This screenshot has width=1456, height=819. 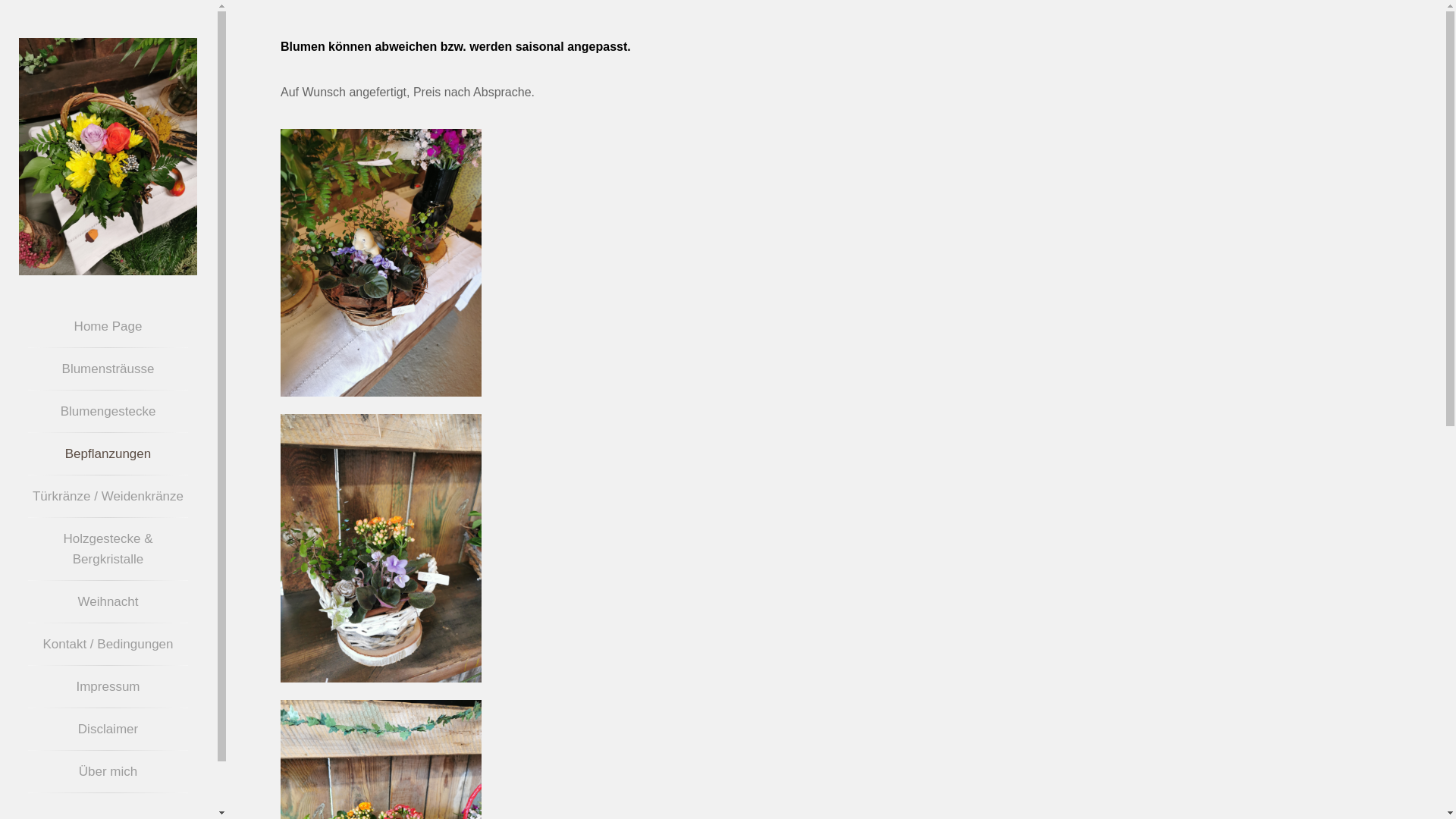 What do you see at coordinates (18, 686) in the screenshot?
I see `'Impressum'` at bounding box center [18, 686].